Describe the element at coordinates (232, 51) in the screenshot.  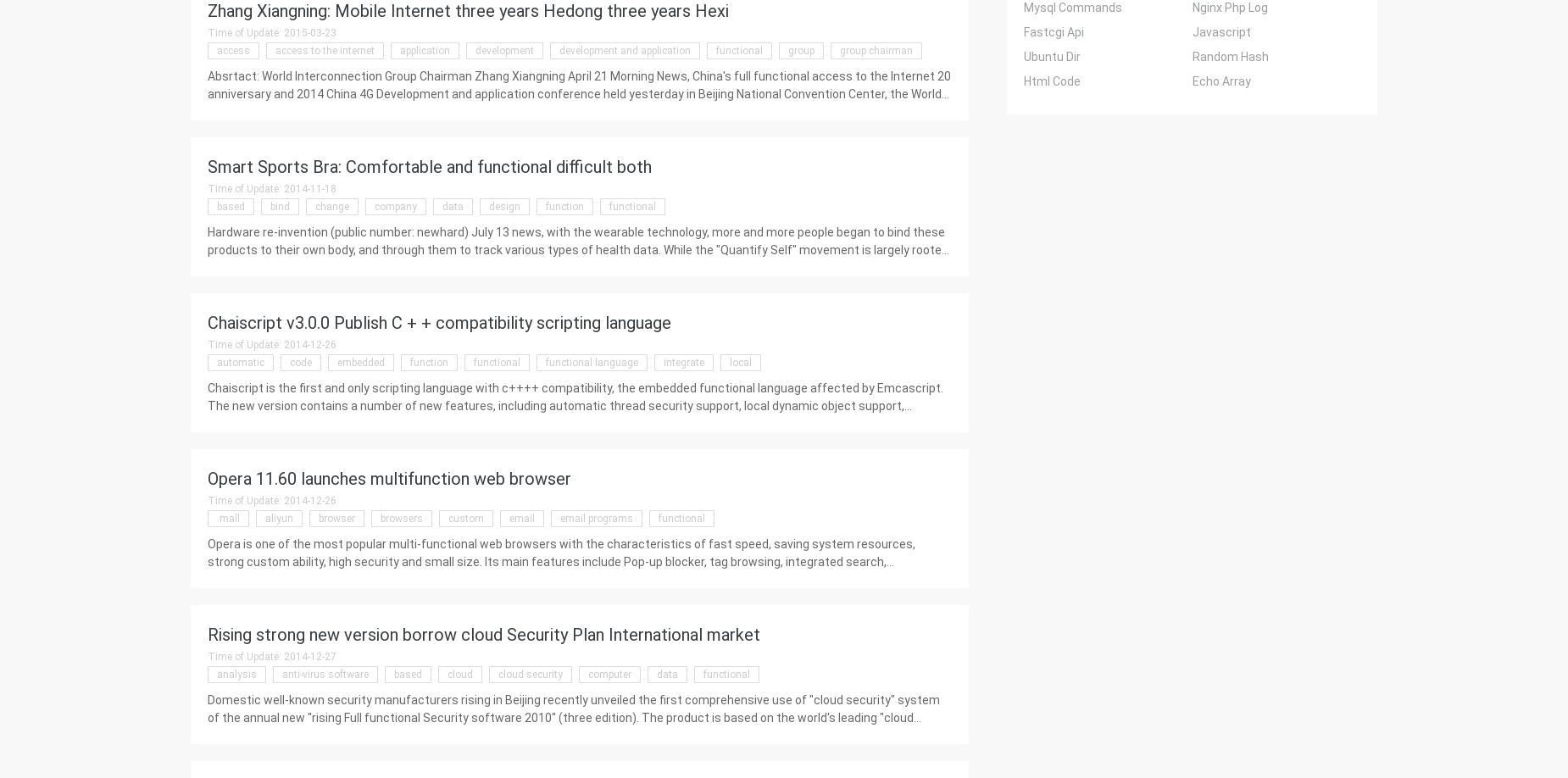
I see `'access'` at that location.